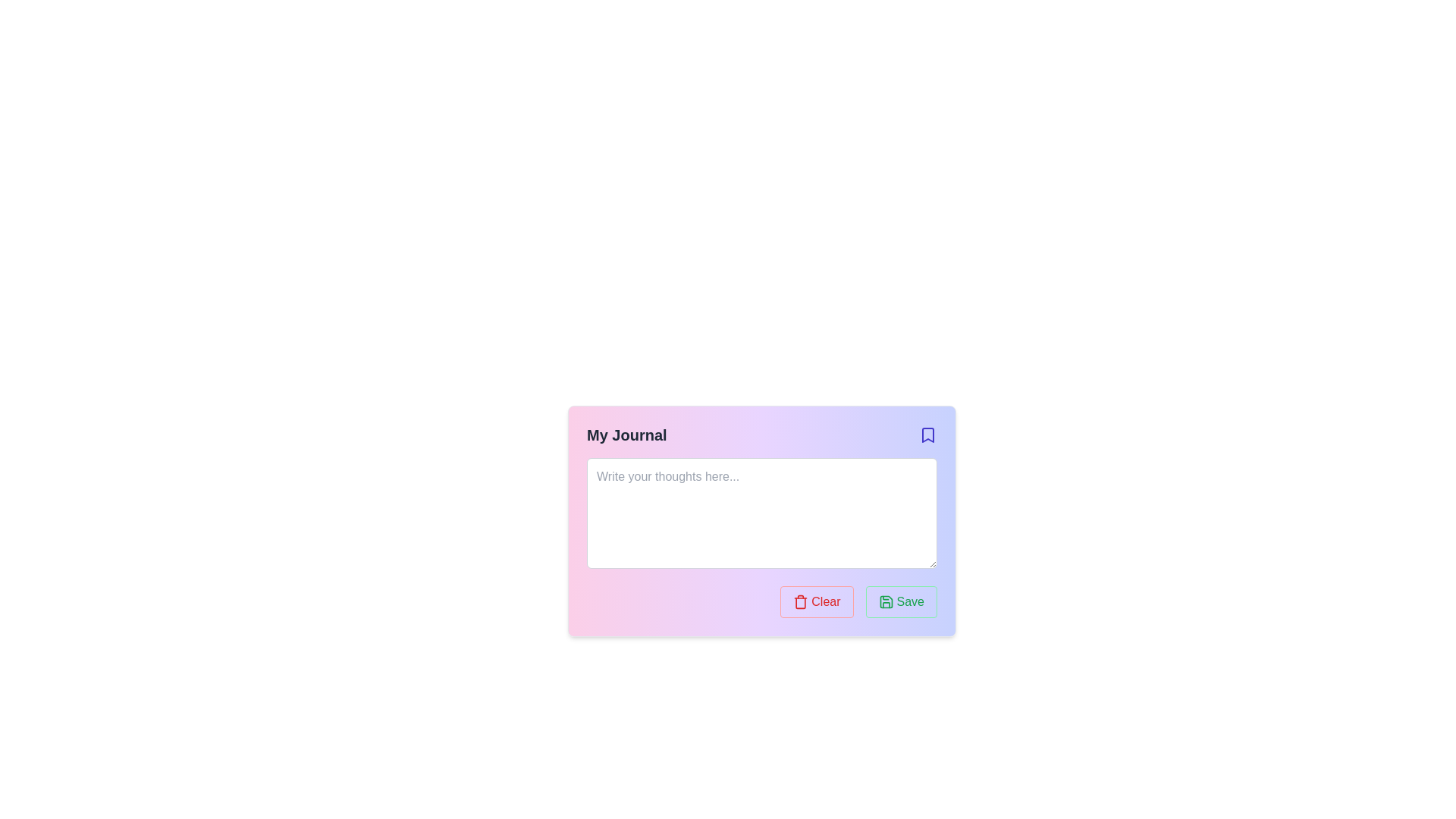 This screenshot has height=819, width=1456. I want to click on the trash bin icon that indicates the delete or clear action, located to the left of the 'Clear' button text below the text input field labeled 'Write your thoughts here...', so click(800, 601).